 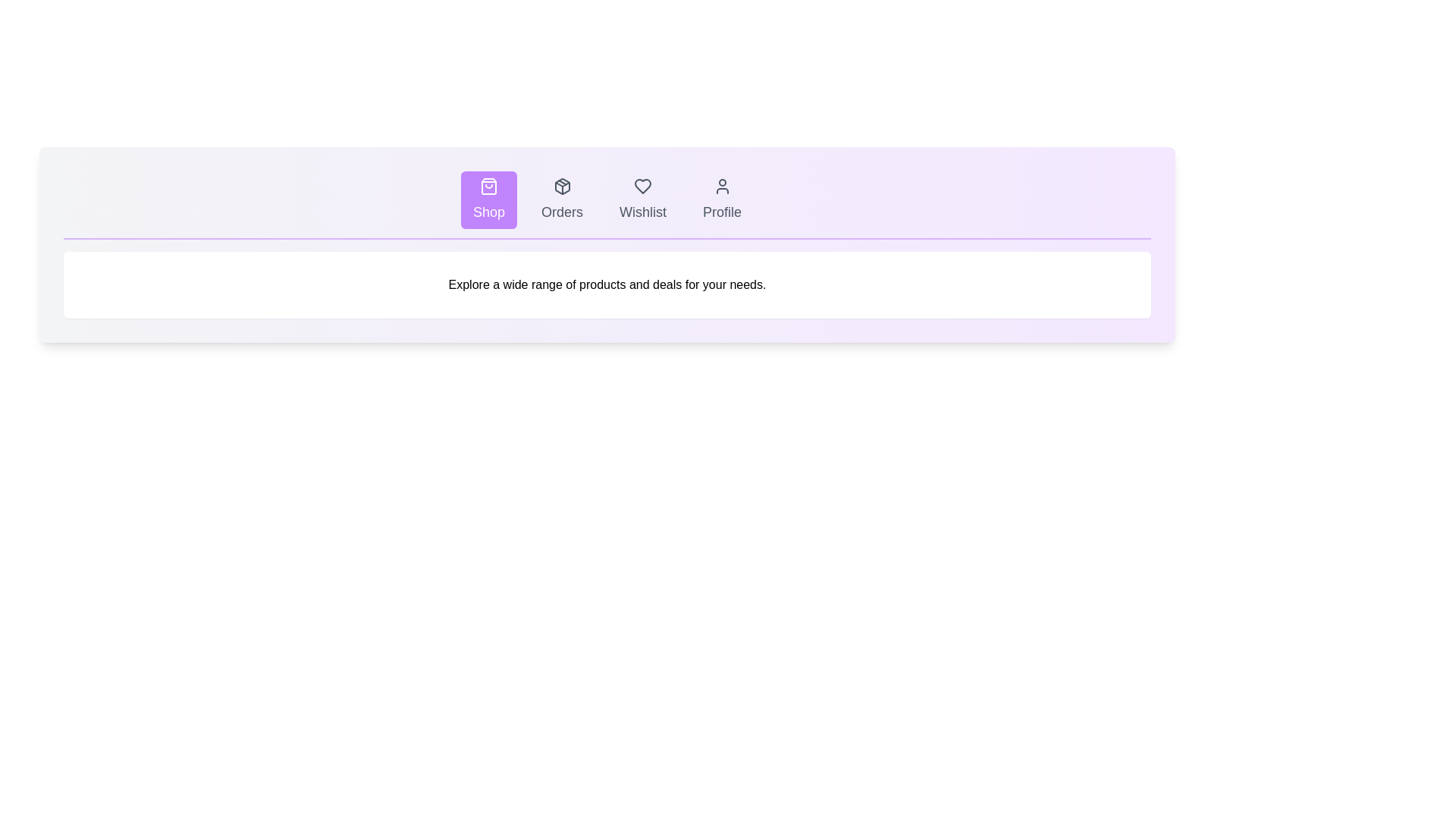 What do you see at coordinates (488, 199) in the screenshot?
I see `the tab labeled Shop` at bounding box center [488, 199].